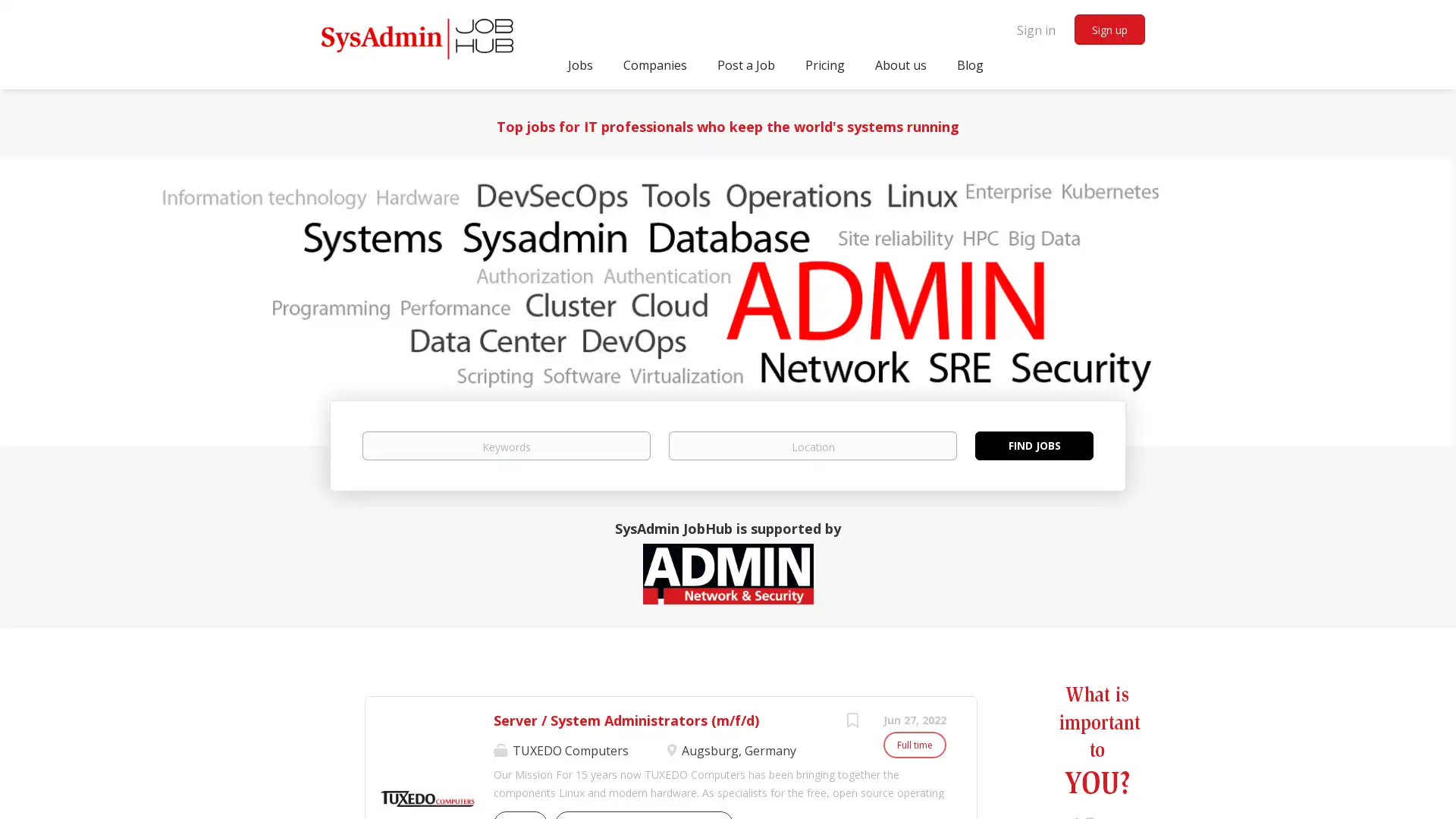 The width and height of the screenshot is (1456, 819). I want to click on Find Jobs, so click(1033, 444).